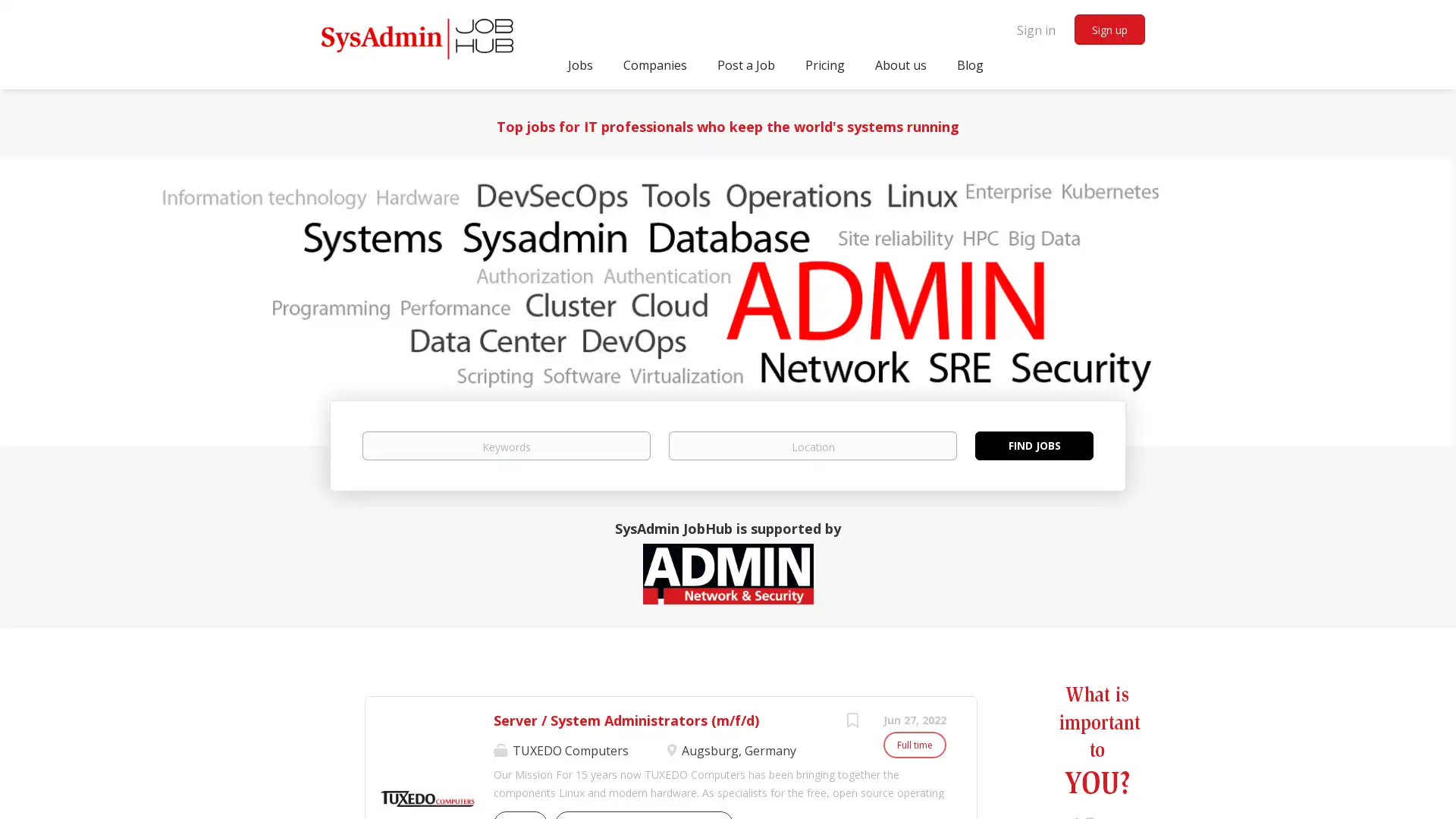 The width and height of the screenshot is (1456, 819). I want to click on Find Jobs, so click(1033, 444).